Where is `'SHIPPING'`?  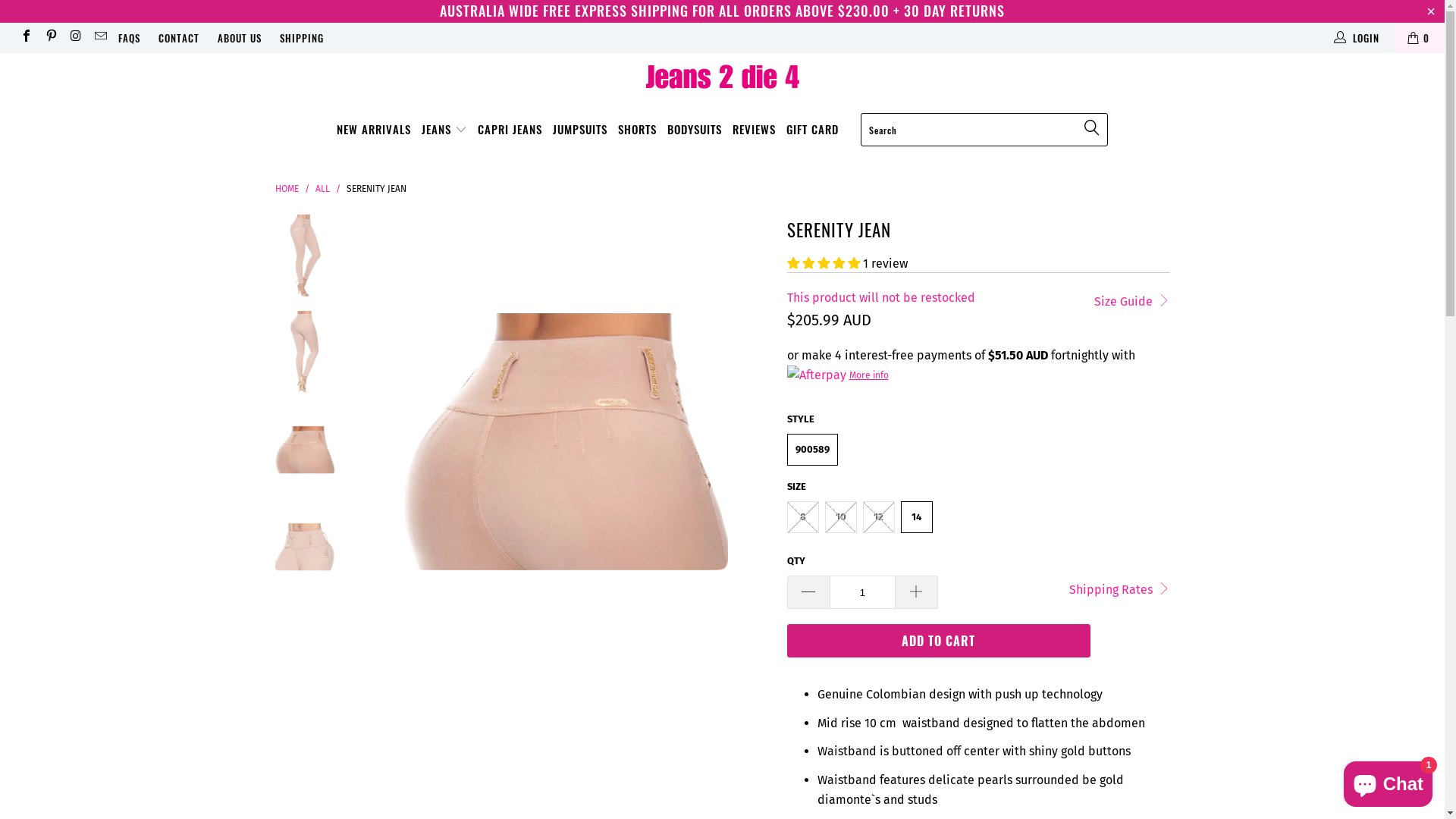 'SHIPPING' is located at coordinates (302, 37).